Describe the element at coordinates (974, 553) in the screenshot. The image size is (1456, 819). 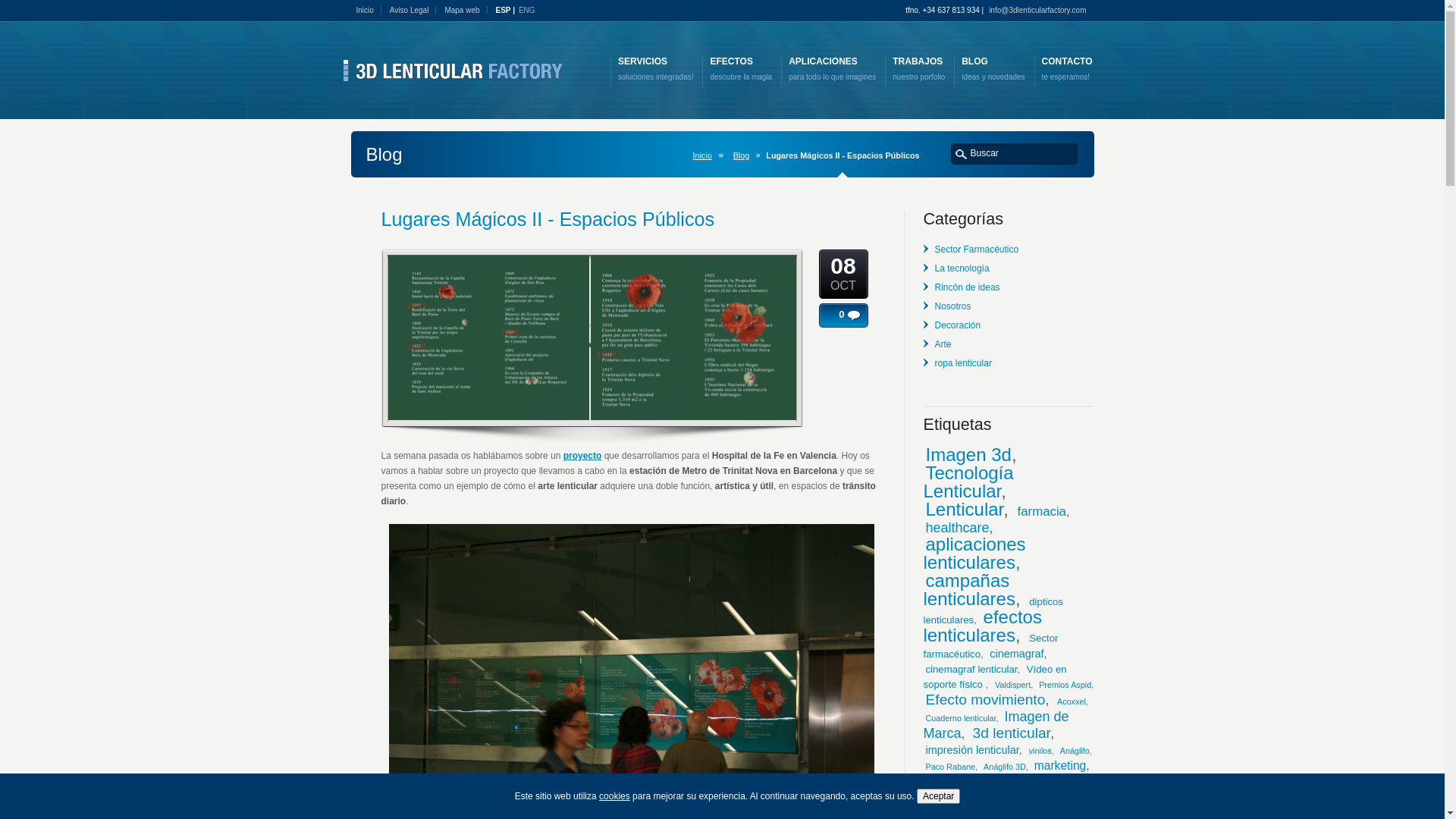
I see `'aplicaciones lenticulares'` at that location.